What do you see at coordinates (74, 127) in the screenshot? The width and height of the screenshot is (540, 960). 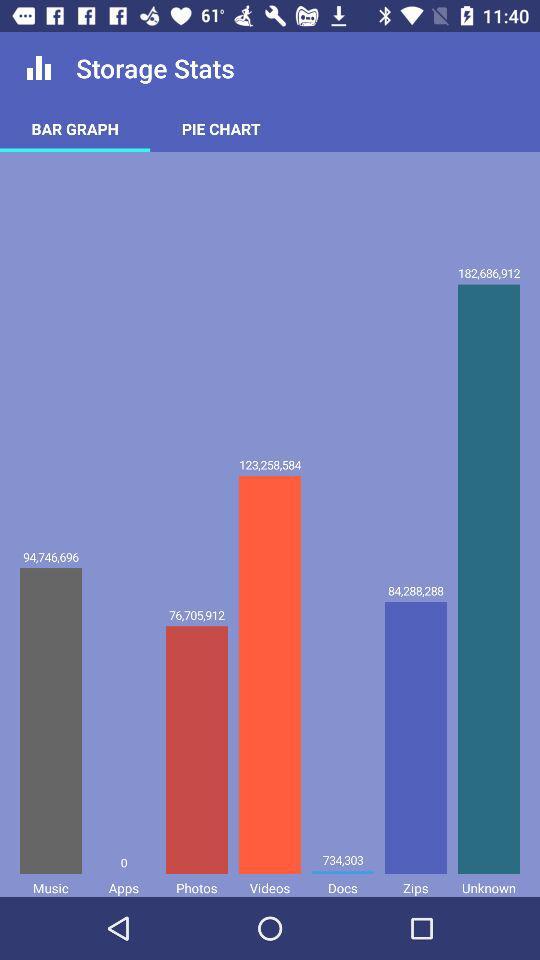 I see `the item next to pie chart` at bounding box center [74, 127].